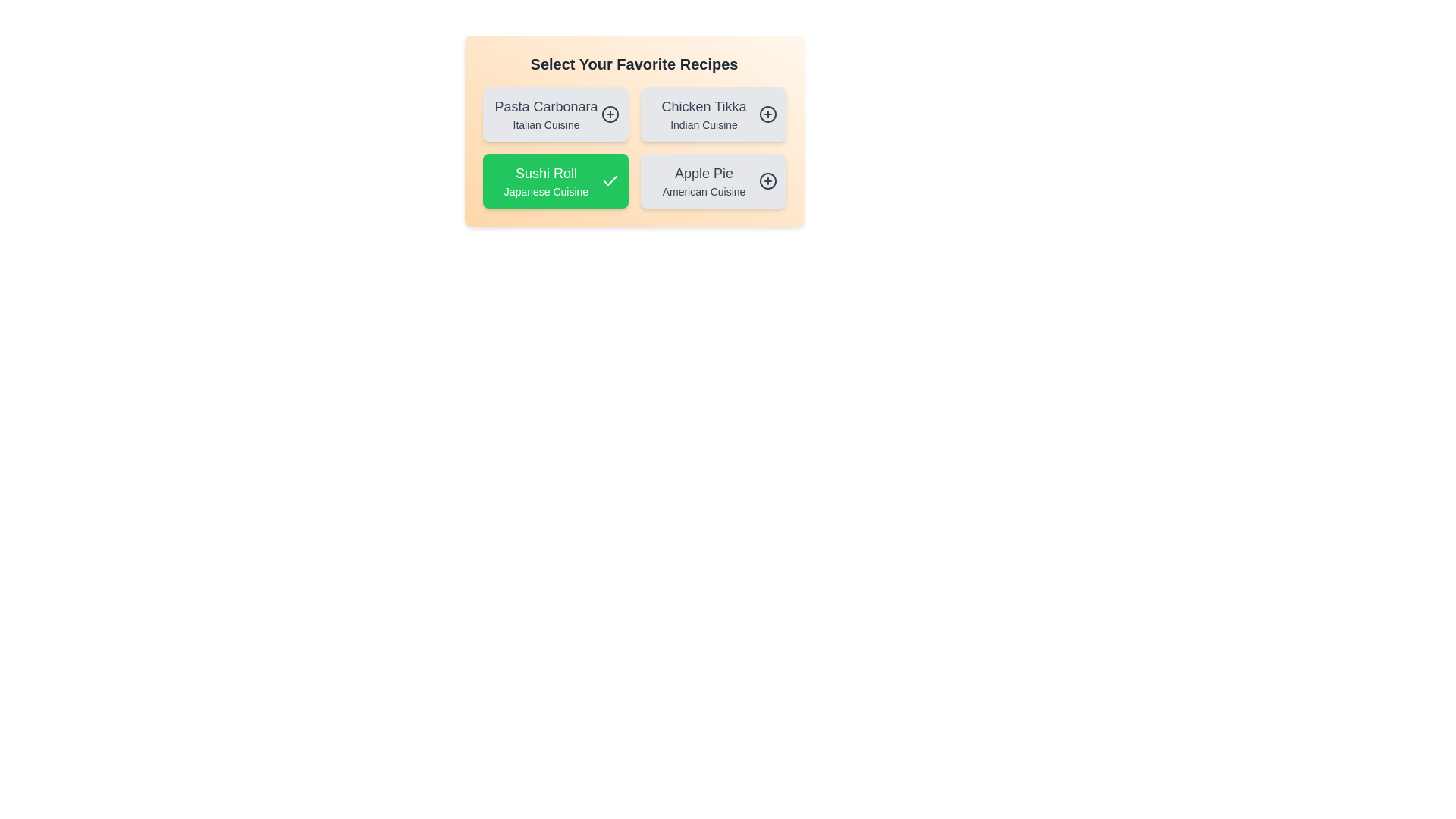 Image resolution: width=1456 pixels, height=819 pixels. Describe the element at coordinates (712, 180) in the screenshot. I see `the recipe card for Apple Pie` at that location.